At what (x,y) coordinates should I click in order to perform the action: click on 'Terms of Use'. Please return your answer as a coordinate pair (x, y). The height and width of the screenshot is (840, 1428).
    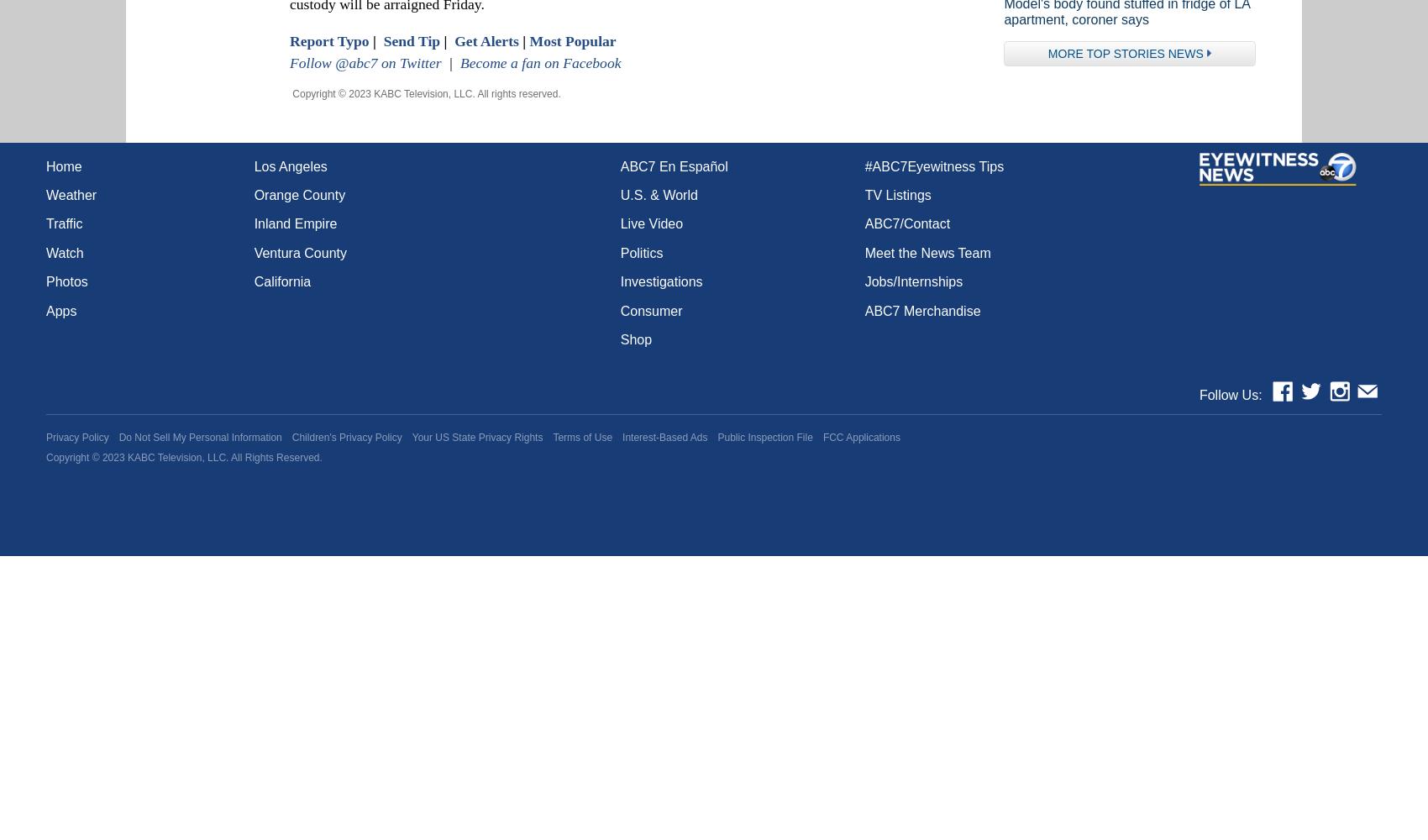
    Looking at the image, I should click on (582, 437).